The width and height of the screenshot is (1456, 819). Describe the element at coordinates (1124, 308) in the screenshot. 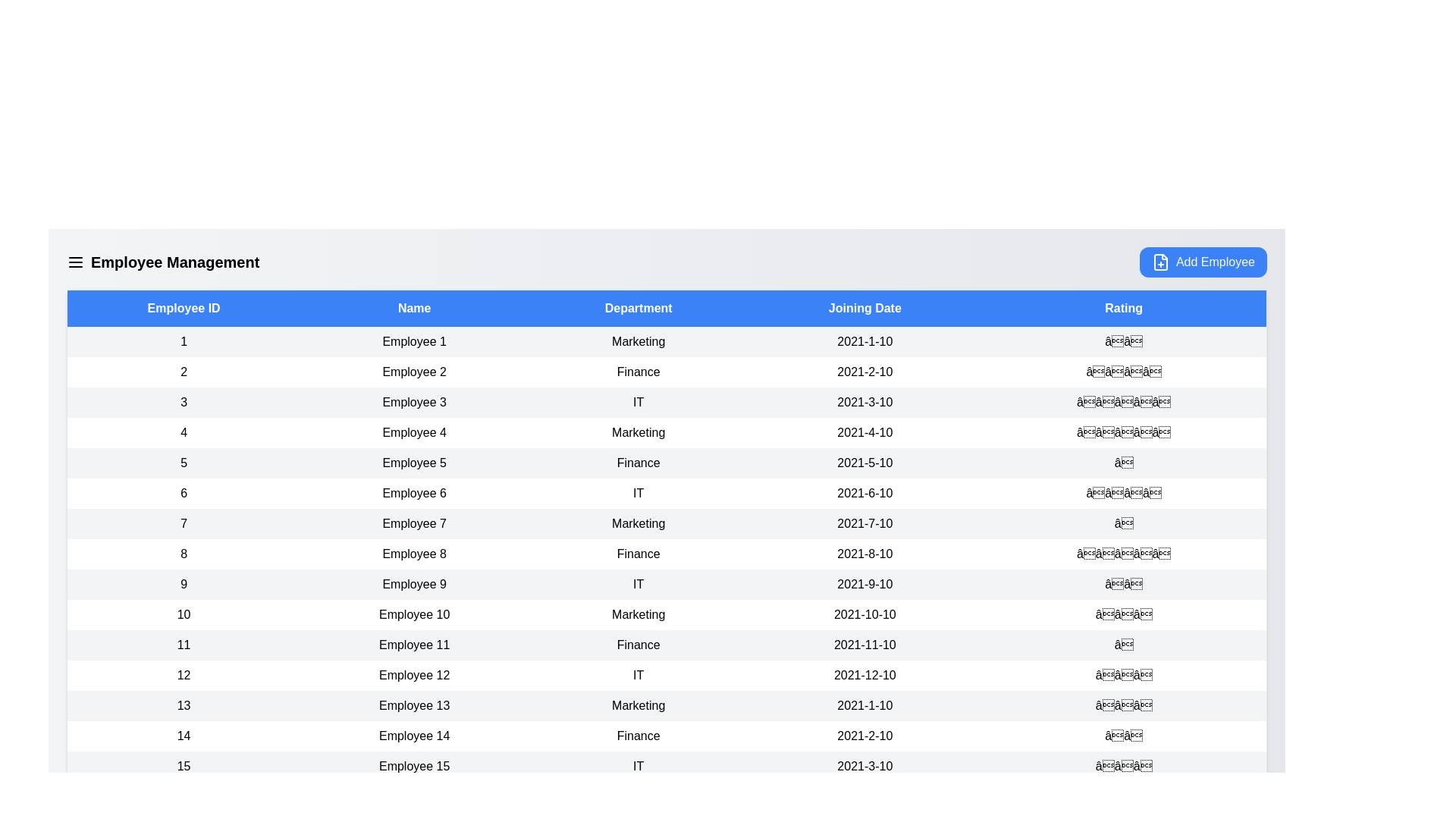

I see `the header of the table to sort the data by Rating` at that location.